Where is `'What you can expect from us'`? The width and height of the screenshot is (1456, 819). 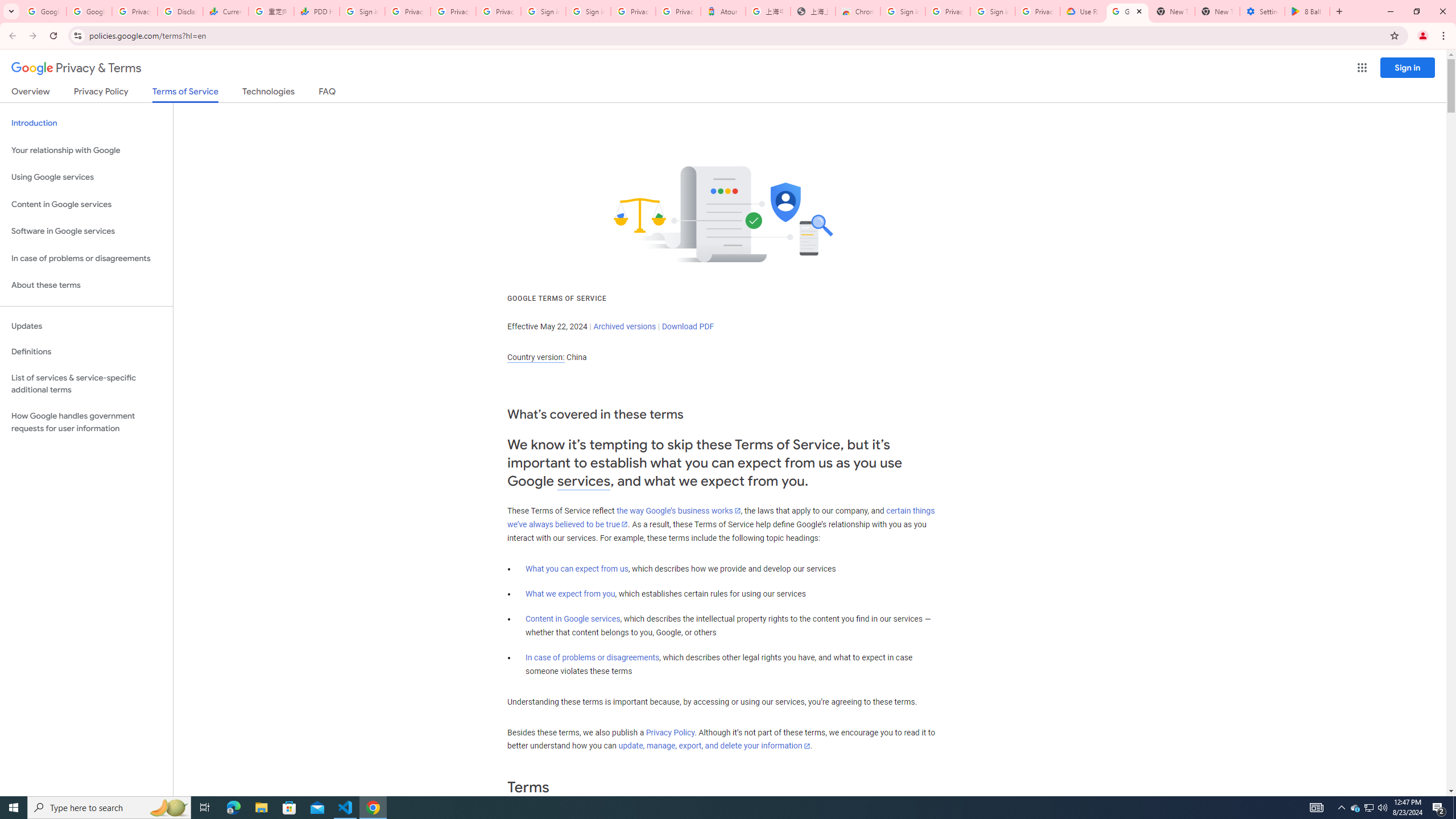
'What you can expect from us' is located at coordinates (577, 568).